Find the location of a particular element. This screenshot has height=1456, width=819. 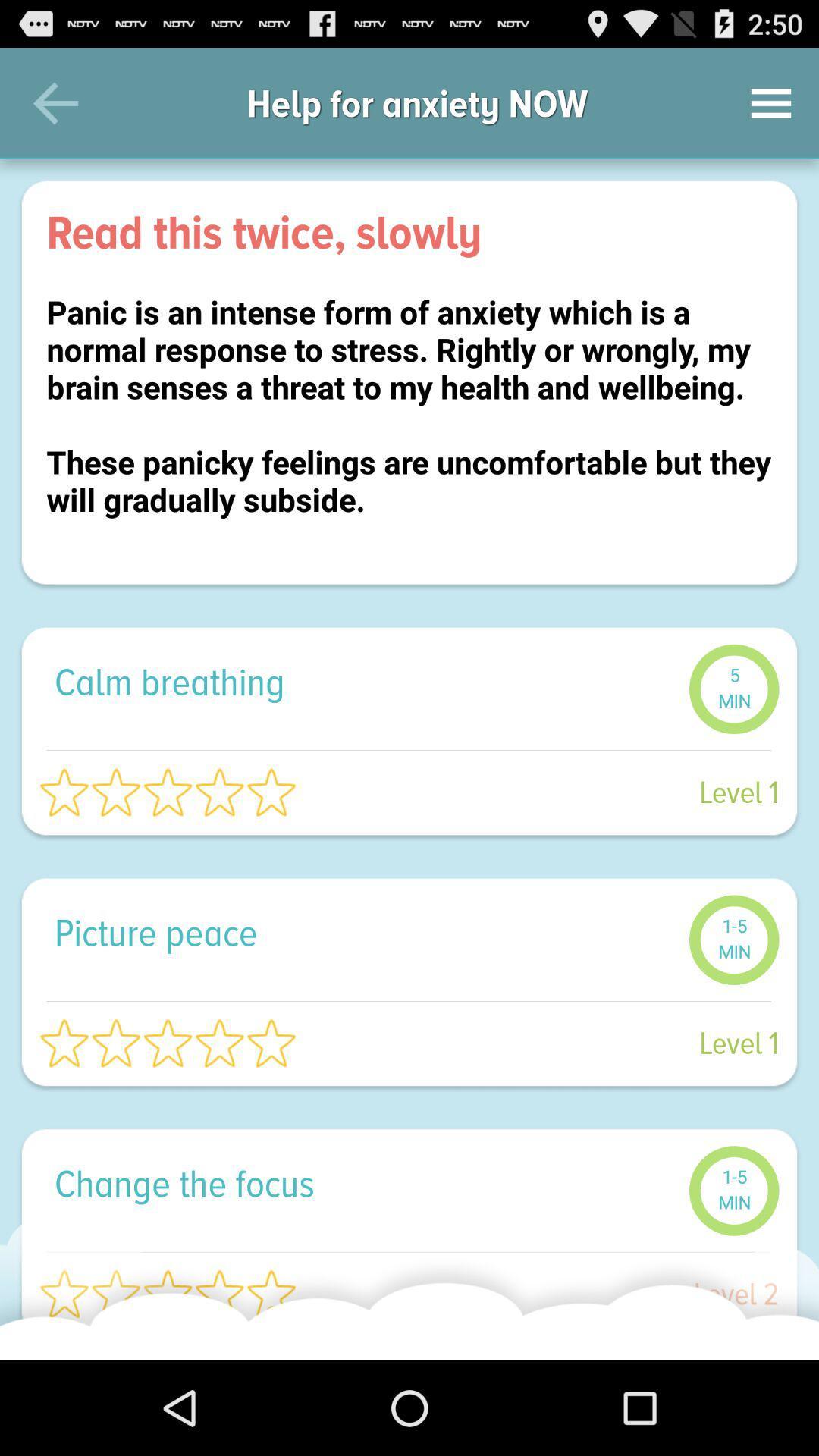

the item above the read this twice item is located at coordinates (55, 102).